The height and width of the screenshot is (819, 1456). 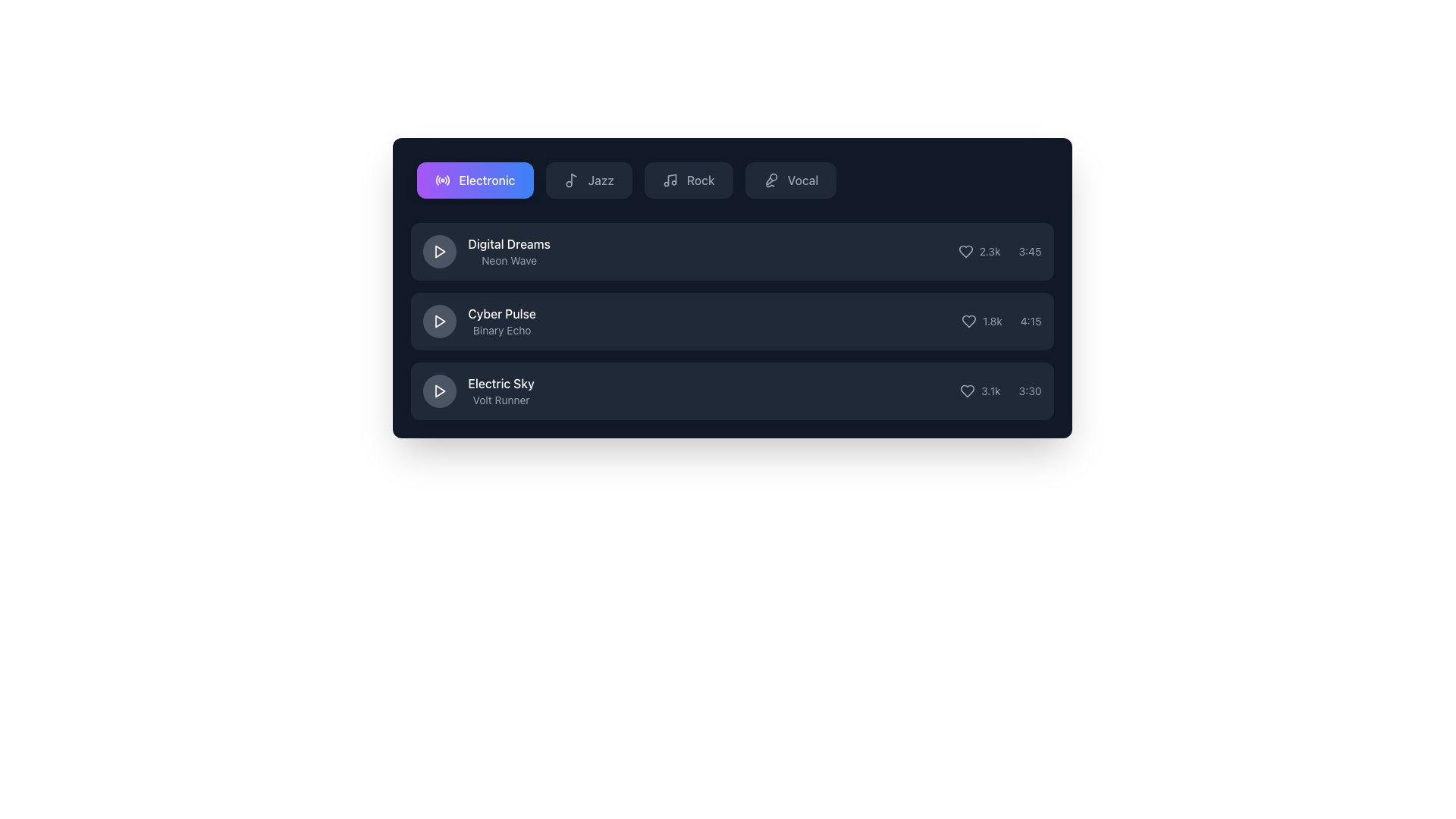 I want to click on the circular play button with a gray background and white play icon located next to the title 'Electric Sky' to play the song, so click(x=438, y=391).